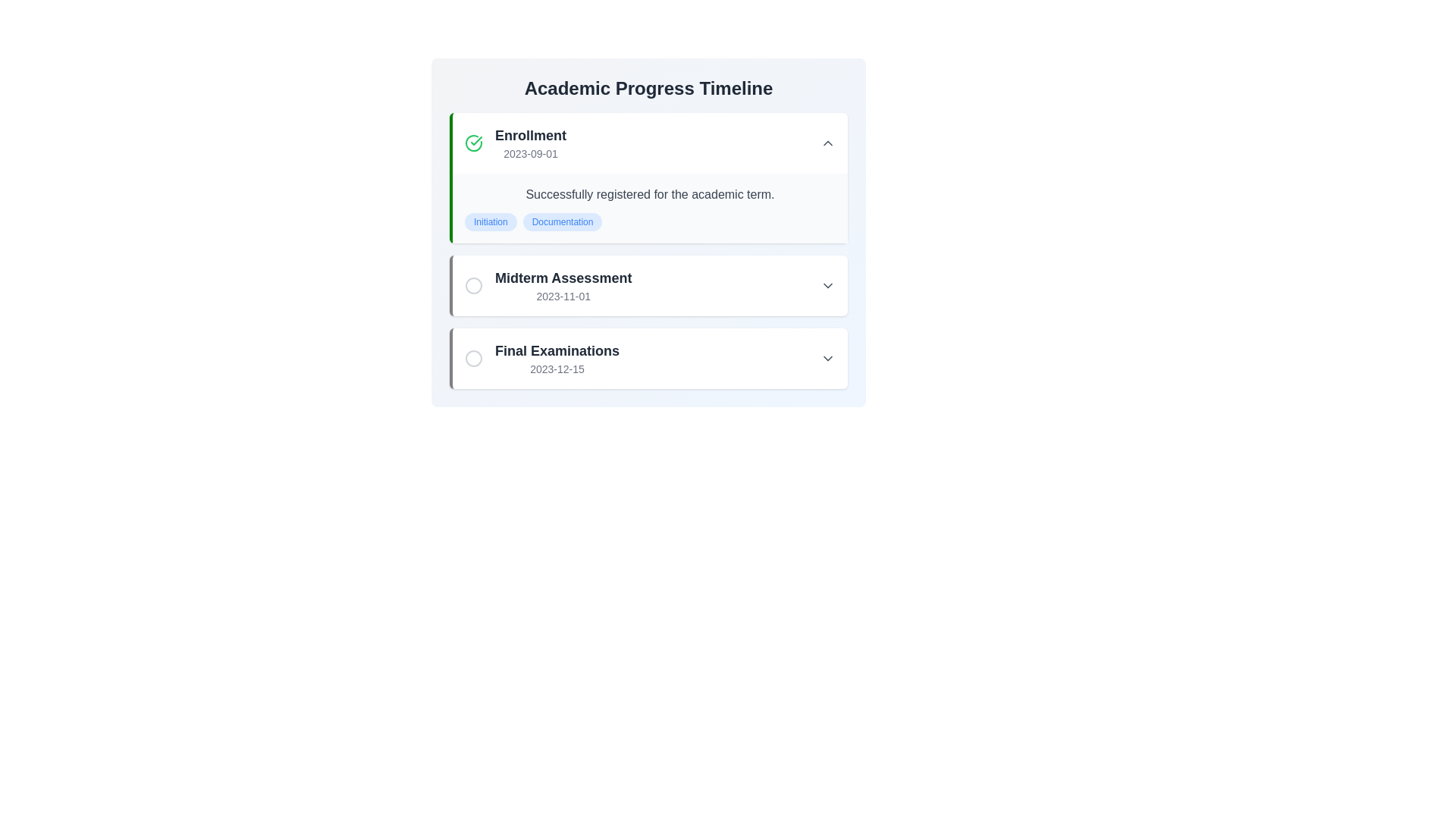 The width and height of the screenshot is (1456, 819). I want to click on the circular icon with a gray outline located next to the 'Final Examinations' text, which is horizontally aligned with it, so click(472, 359).